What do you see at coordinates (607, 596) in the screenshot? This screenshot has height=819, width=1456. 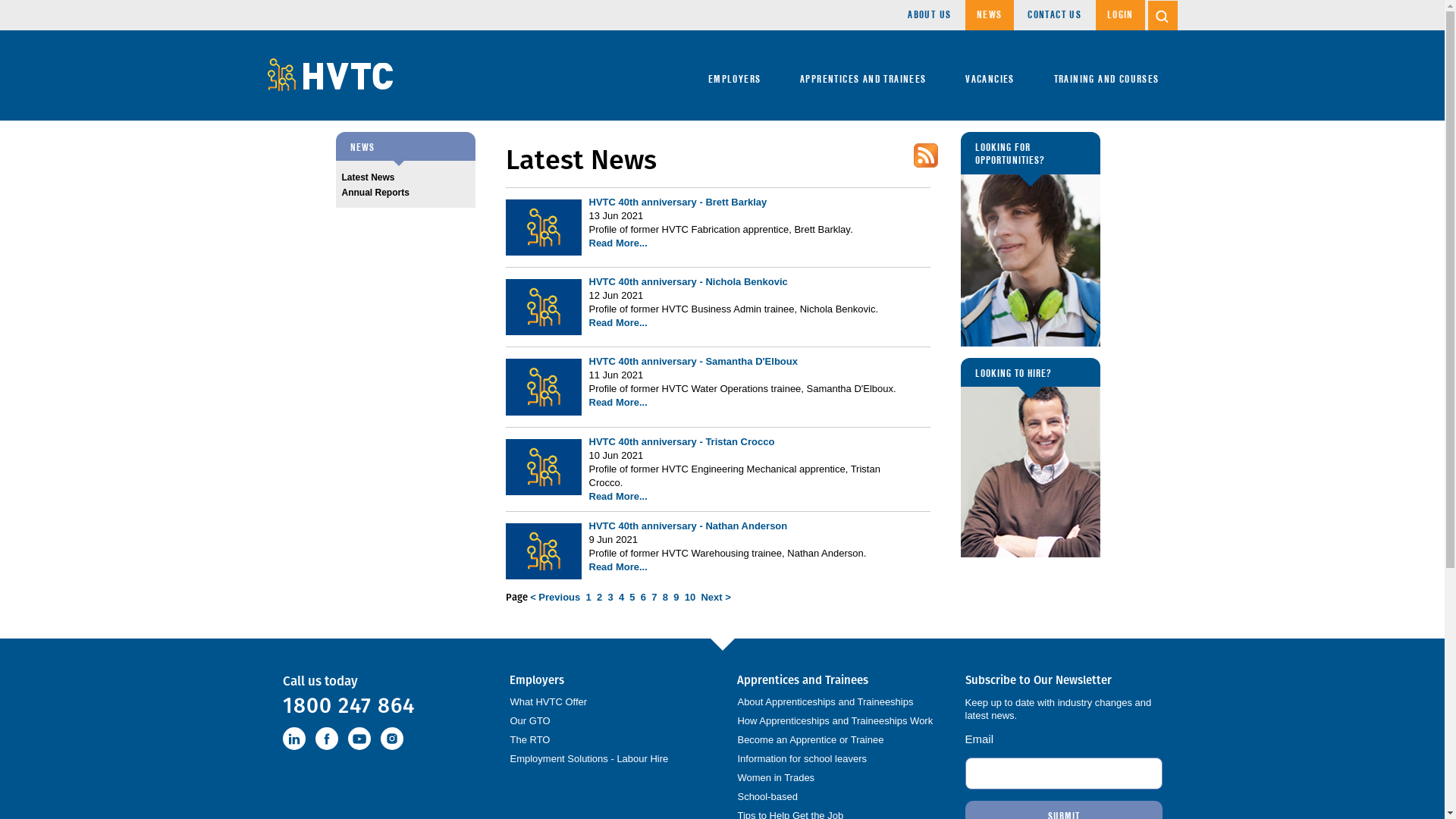 I see `'3'` at bounding box center [607, 596].